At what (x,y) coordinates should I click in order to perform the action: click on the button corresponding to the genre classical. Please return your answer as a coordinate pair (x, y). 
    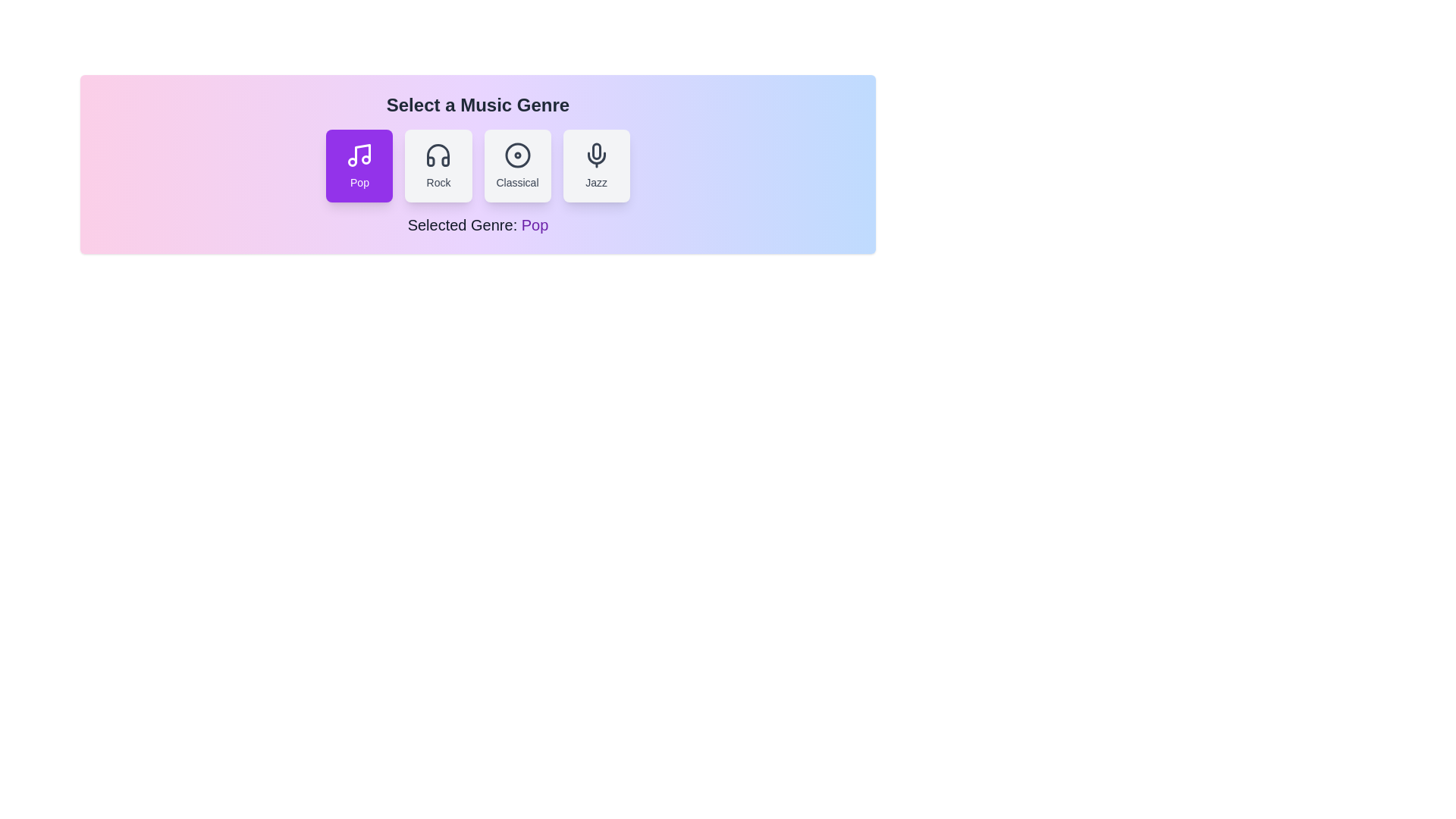
    Looking at the image, I should click on (517, 166).